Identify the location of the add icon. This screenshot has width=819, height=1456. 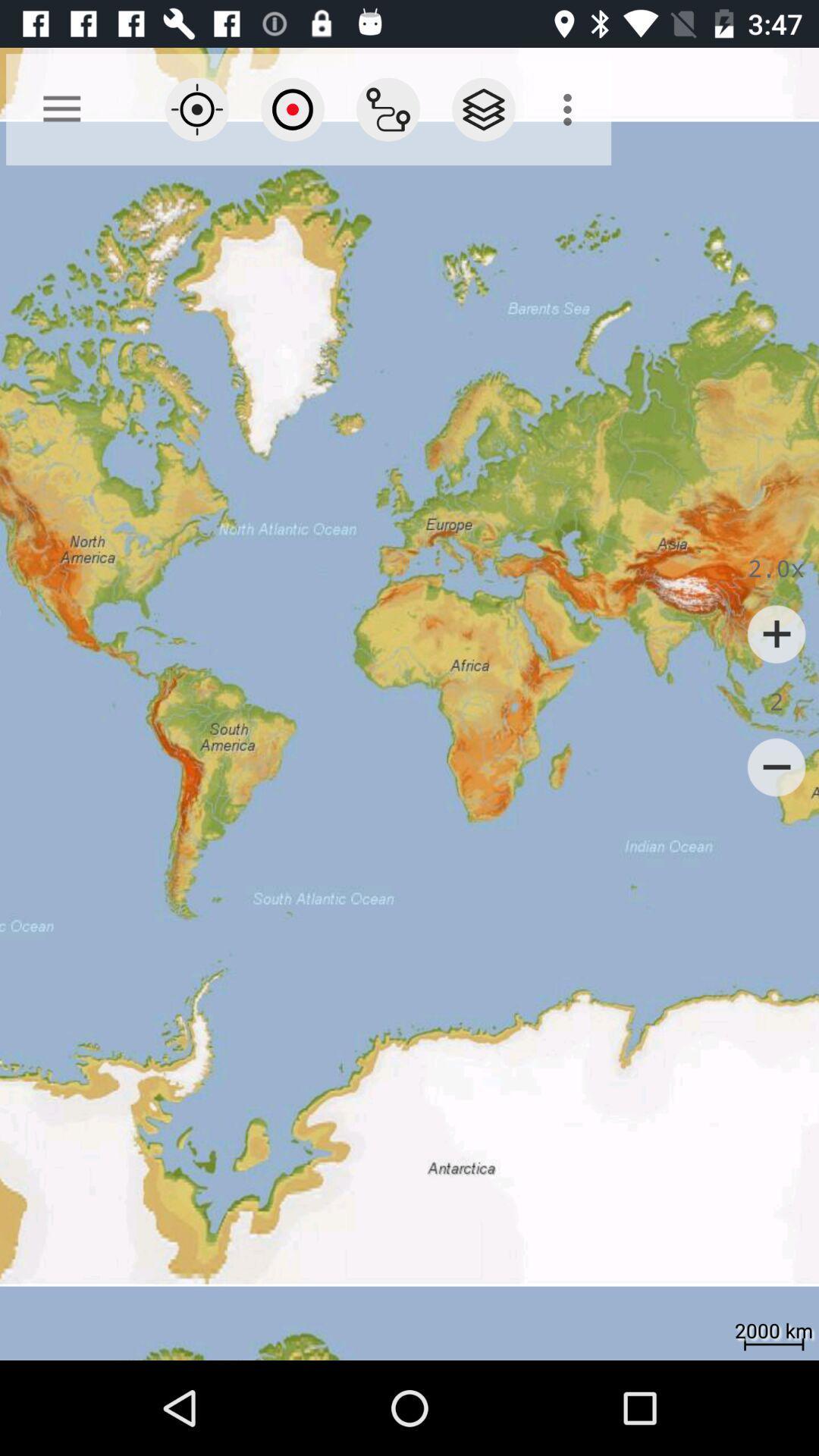
(777, 634).